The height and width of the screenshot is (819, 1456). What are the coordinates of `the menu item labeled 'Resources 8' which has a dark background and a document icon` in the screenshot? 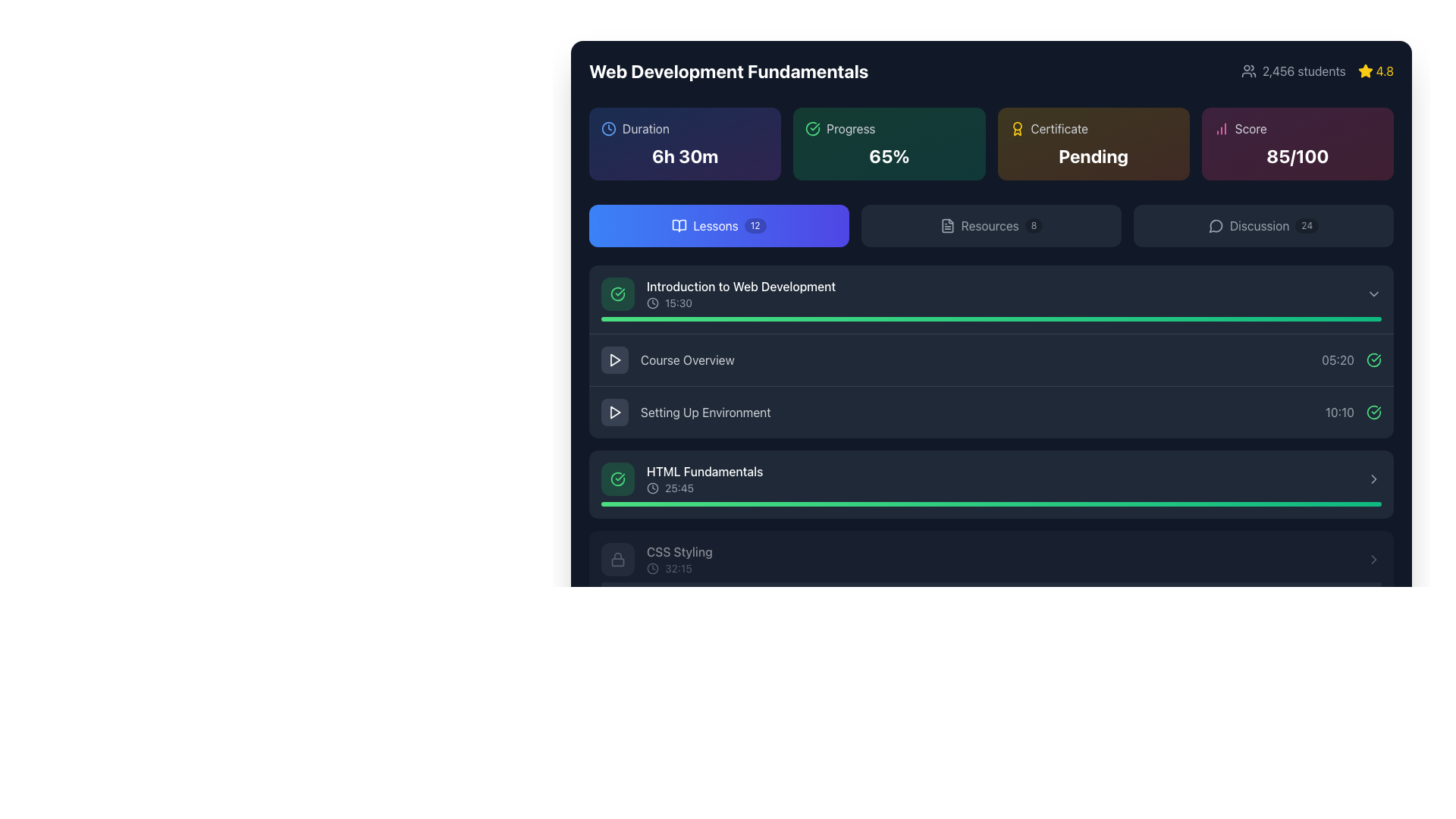 It's located at (991, 225).